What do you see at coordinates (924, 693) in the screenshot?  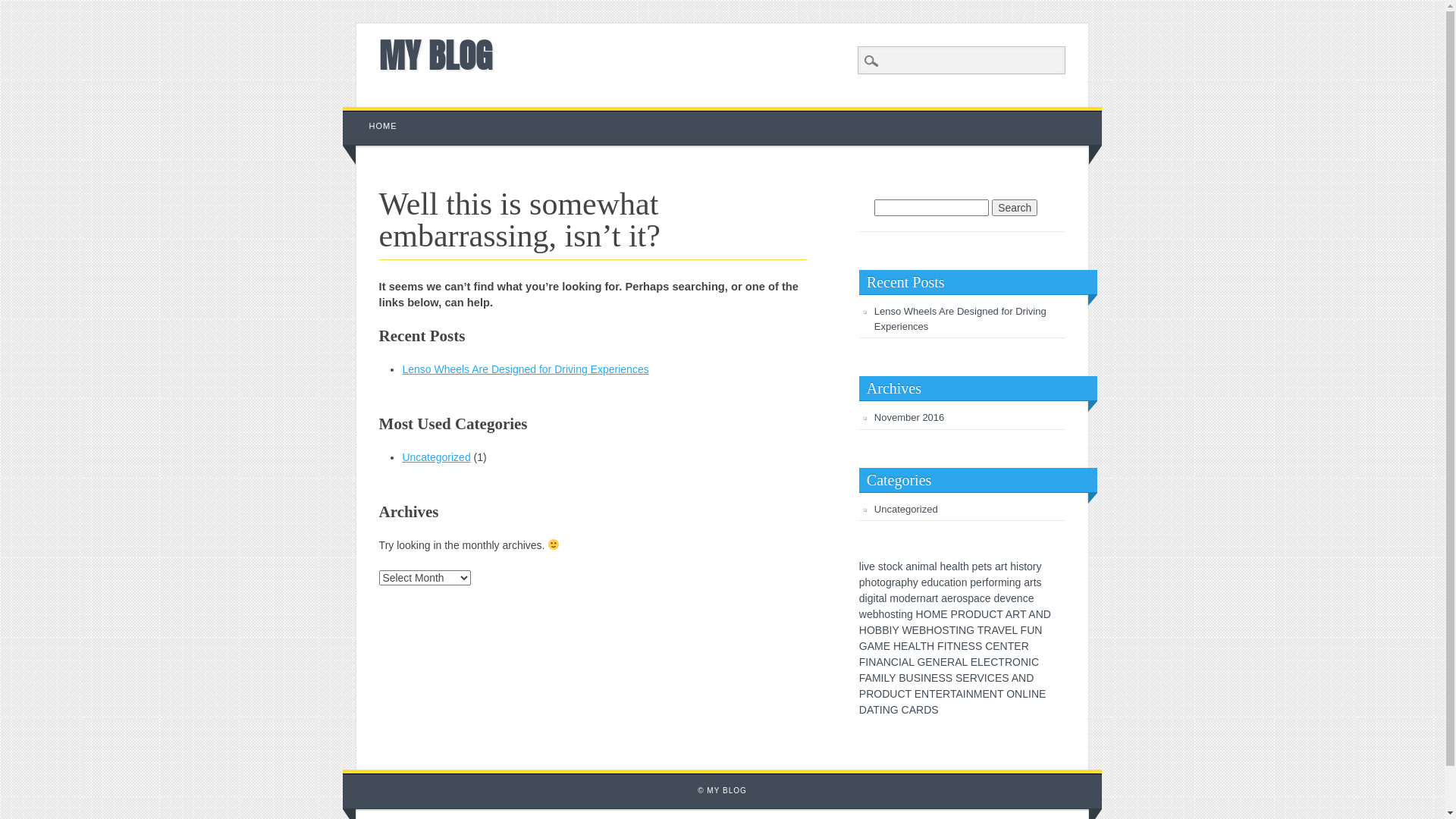 I see `'N'` at bounding box center [924, 693].